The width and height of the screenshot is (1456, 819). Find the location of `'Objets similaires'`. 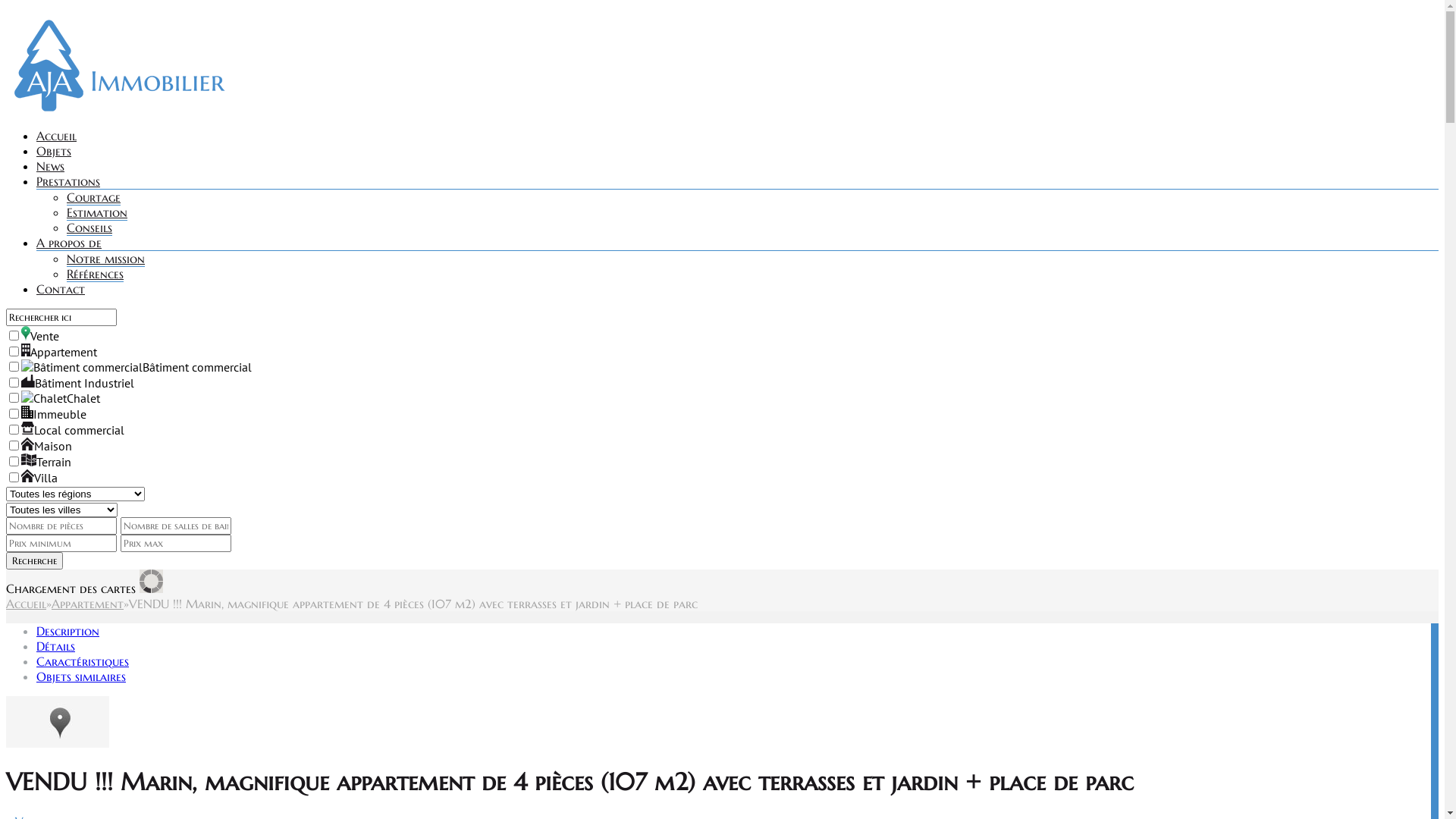

'Objets similaires' is located at coordinates (80, 675).